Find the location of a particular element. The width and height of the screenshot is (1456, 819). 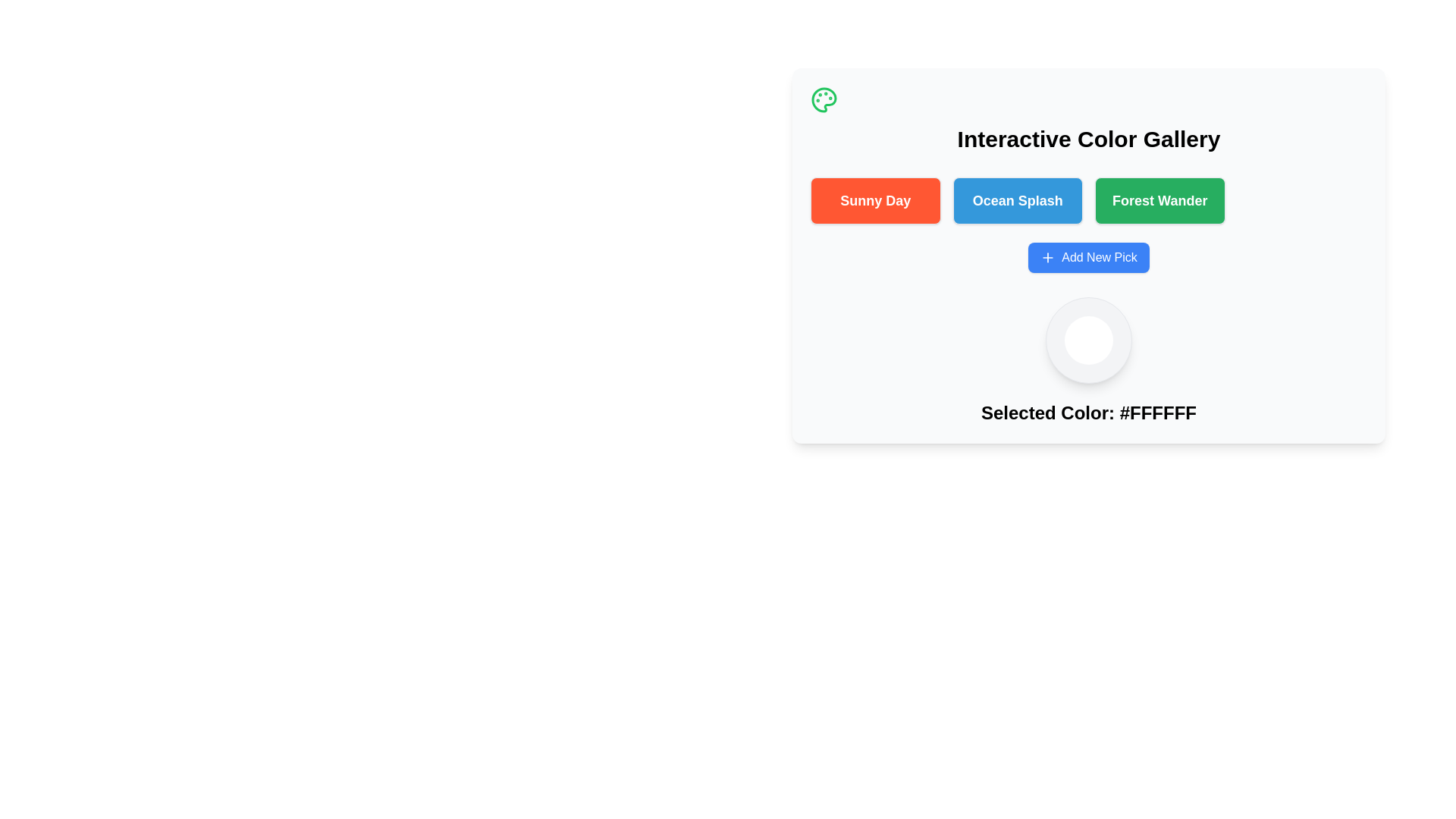

the 'Ocean Splash' button is located at coordinates (1018, 200).